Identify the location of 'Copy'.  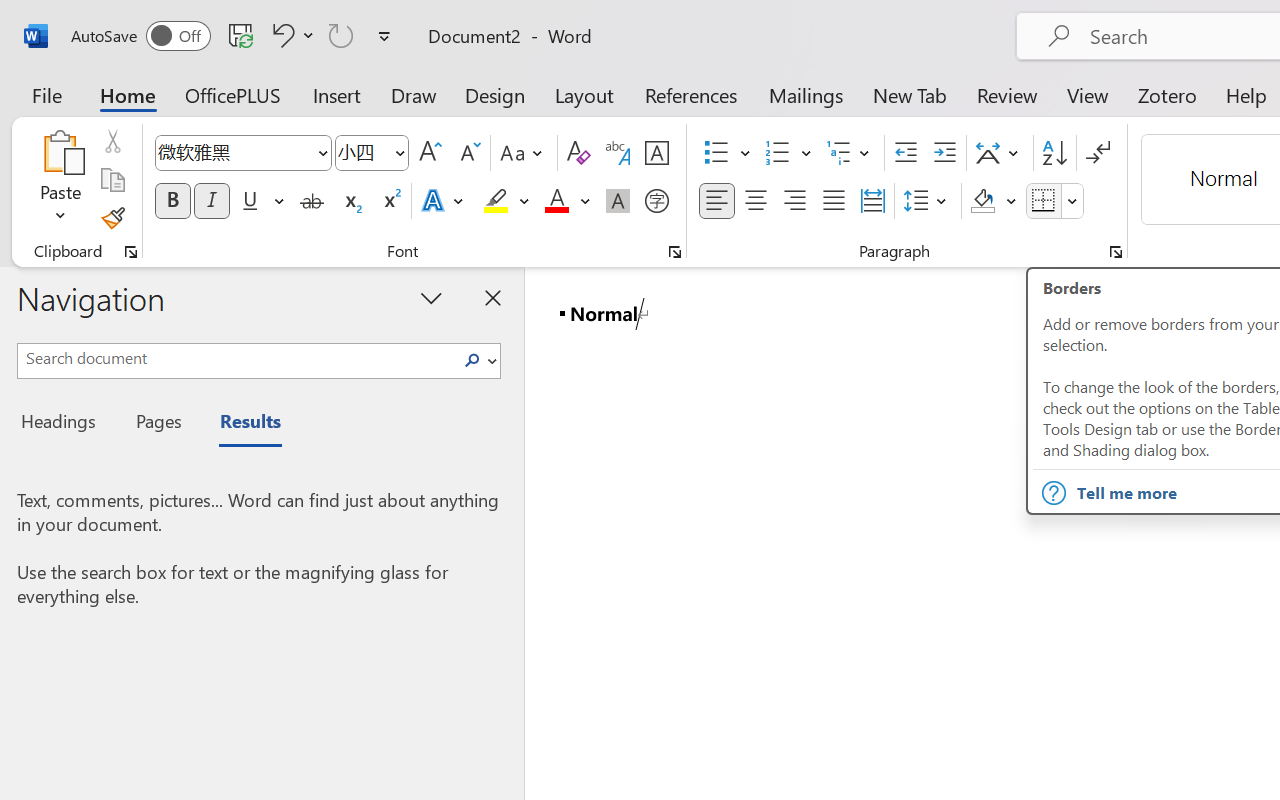
(111, 179).